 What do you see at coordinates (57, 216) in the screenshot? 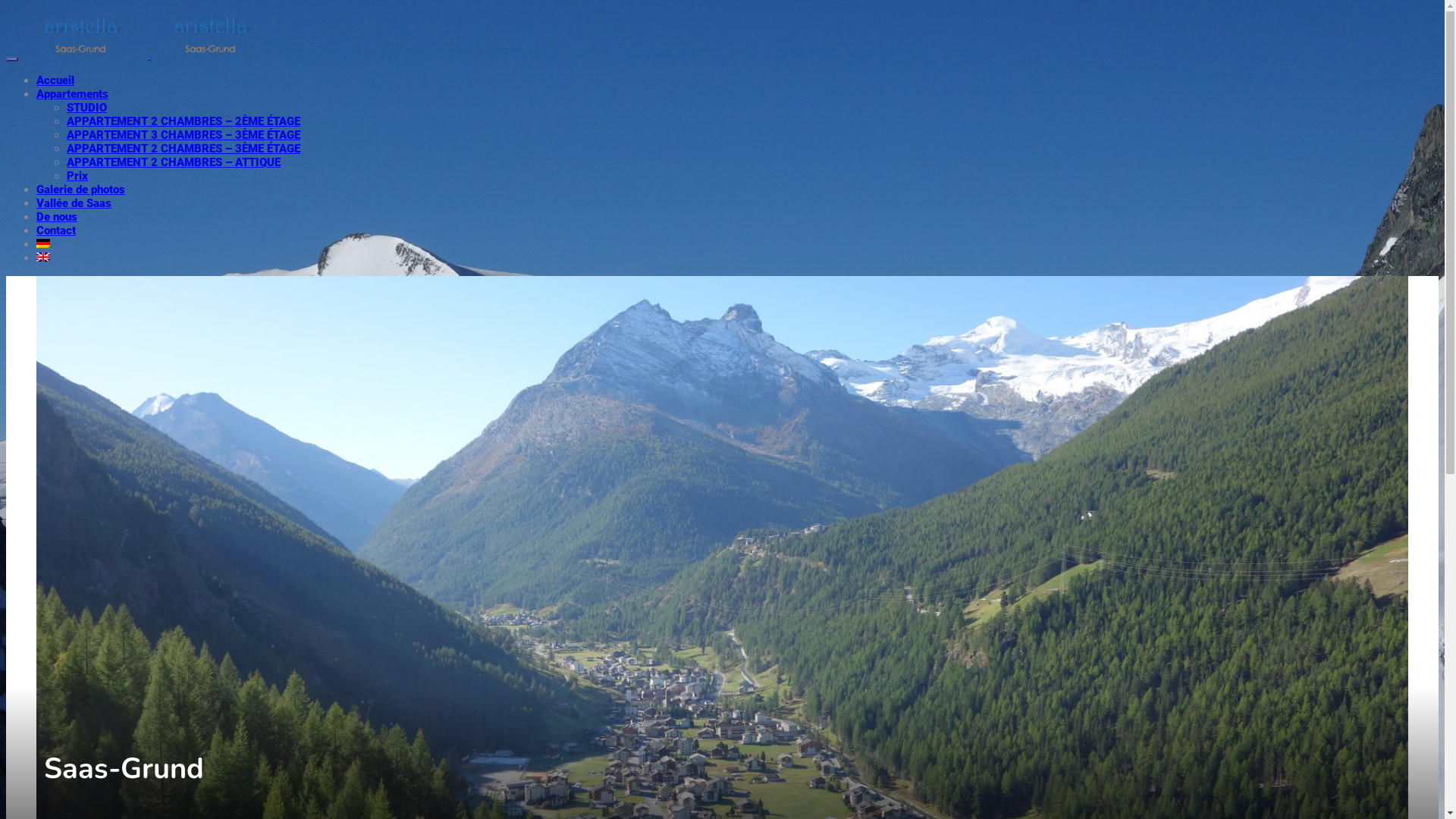
I see `'De nous'` at bounding box center [57, 216].